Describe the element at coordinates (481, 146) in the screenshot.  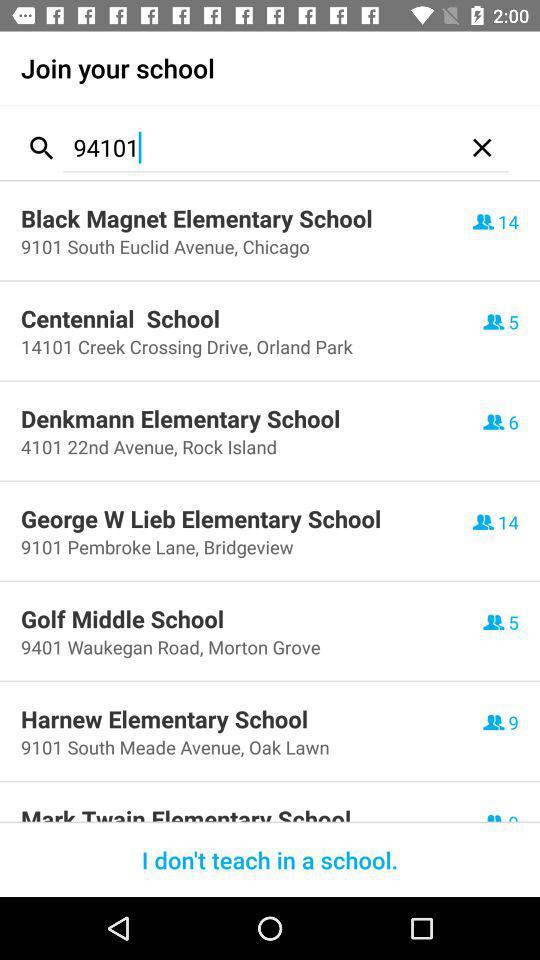
I see `the close icon` at that location.